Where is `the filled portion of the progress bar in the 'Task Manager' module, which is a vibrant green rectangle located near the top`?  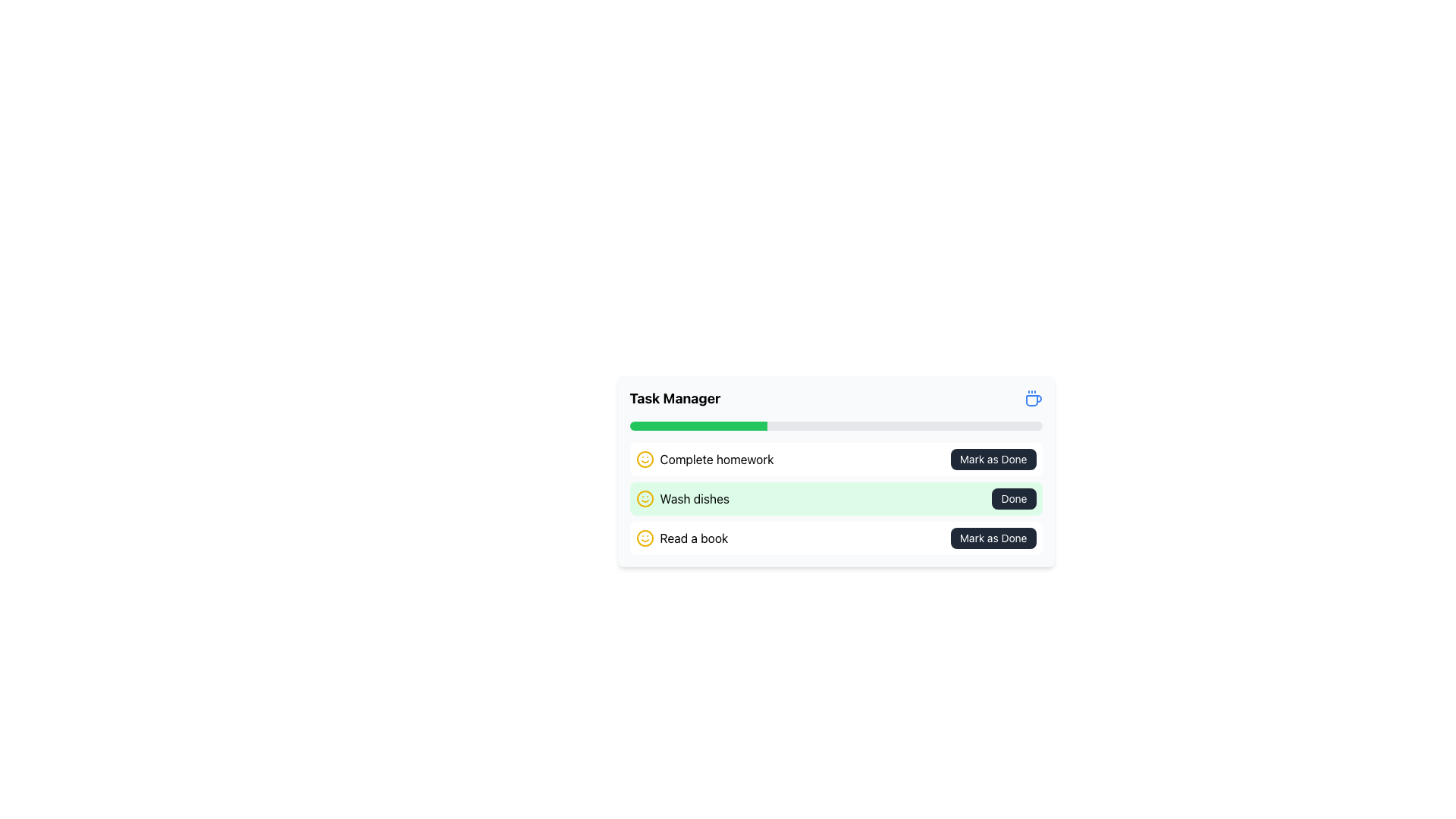 the filled portion of the progress bar in the 'Task Manager' module, which is a vibrant green rectangle located near the top is located at coordinates (698, 426).